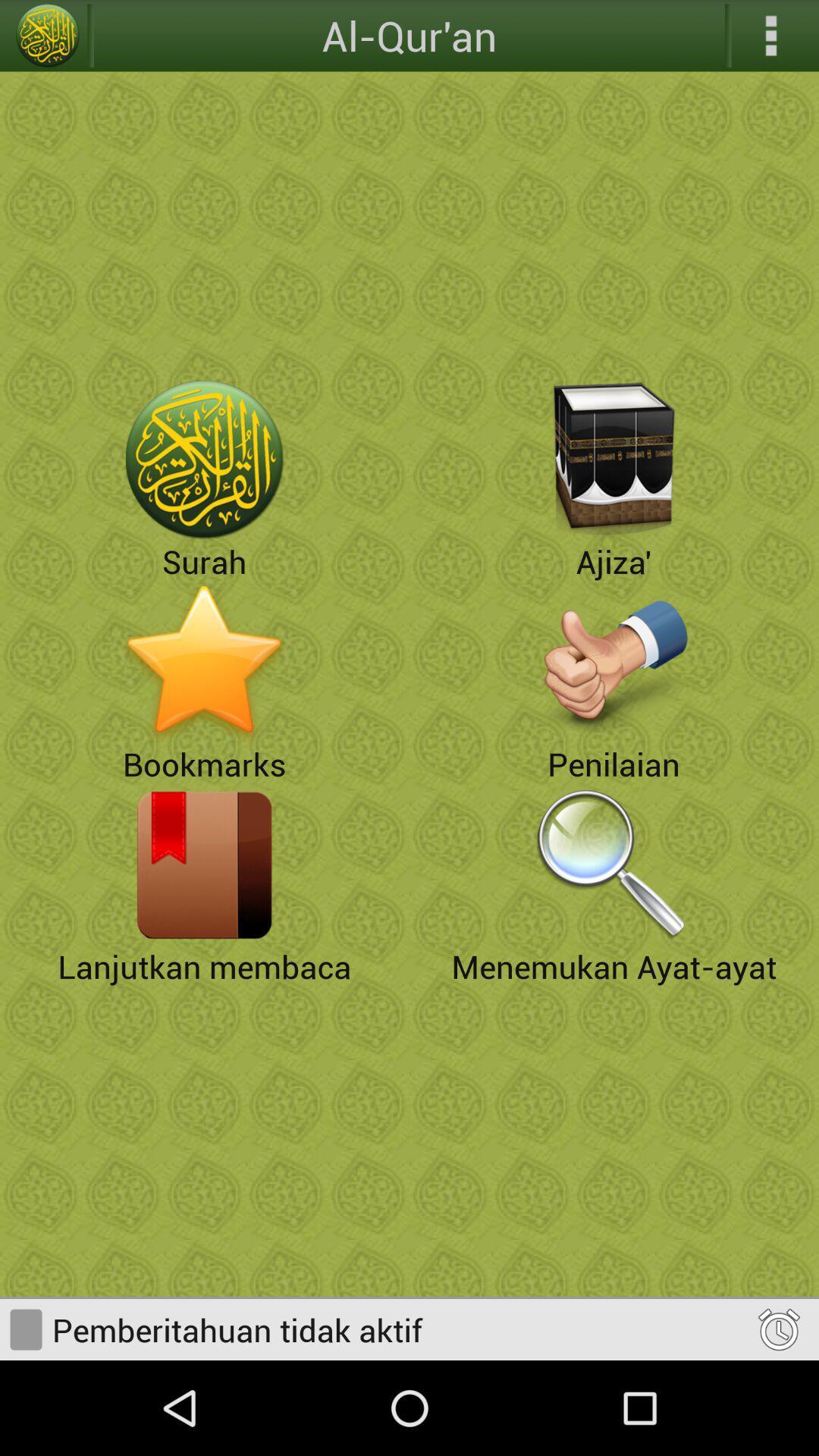 Image resolution: width=819 pixels, height=1456 pixels. What do you see at coordinates (614, 459) in the screenshot?
I see `choose ajiza` at bounding box center [614, 459].